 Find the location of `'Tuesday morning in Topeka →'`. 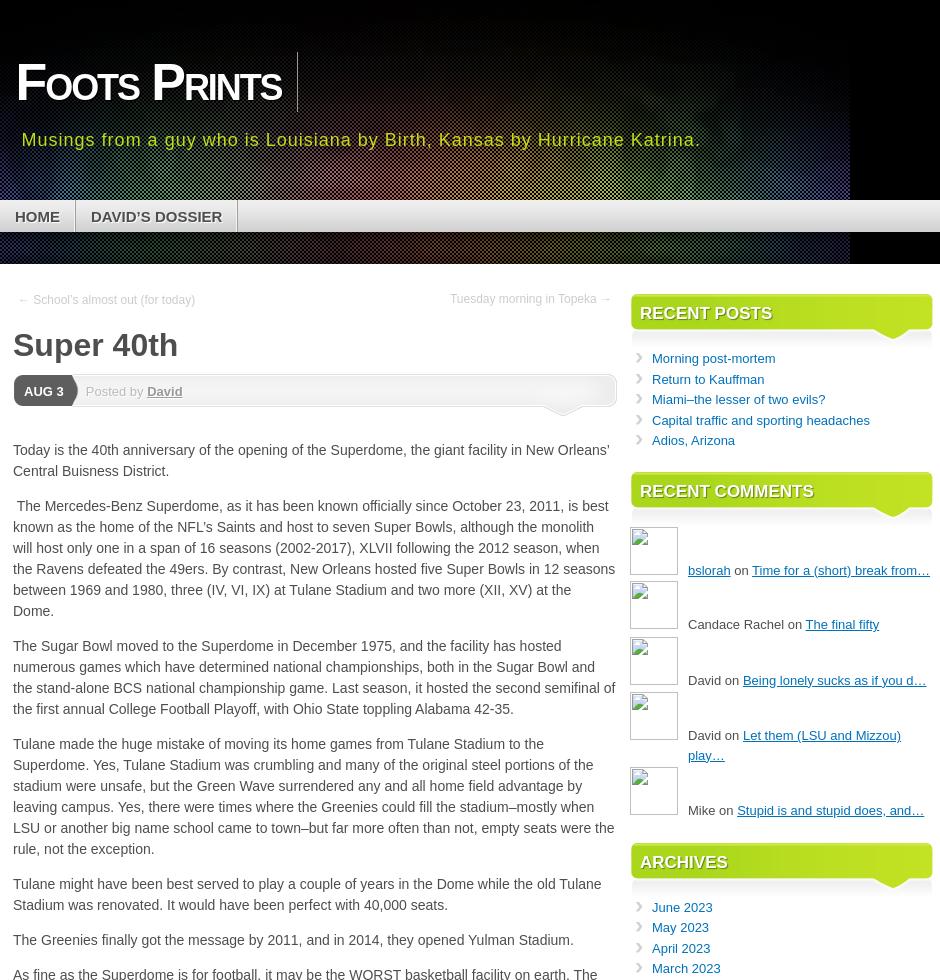

'Tuesday morning in Topeka →' is located at coordinates (529, 298).